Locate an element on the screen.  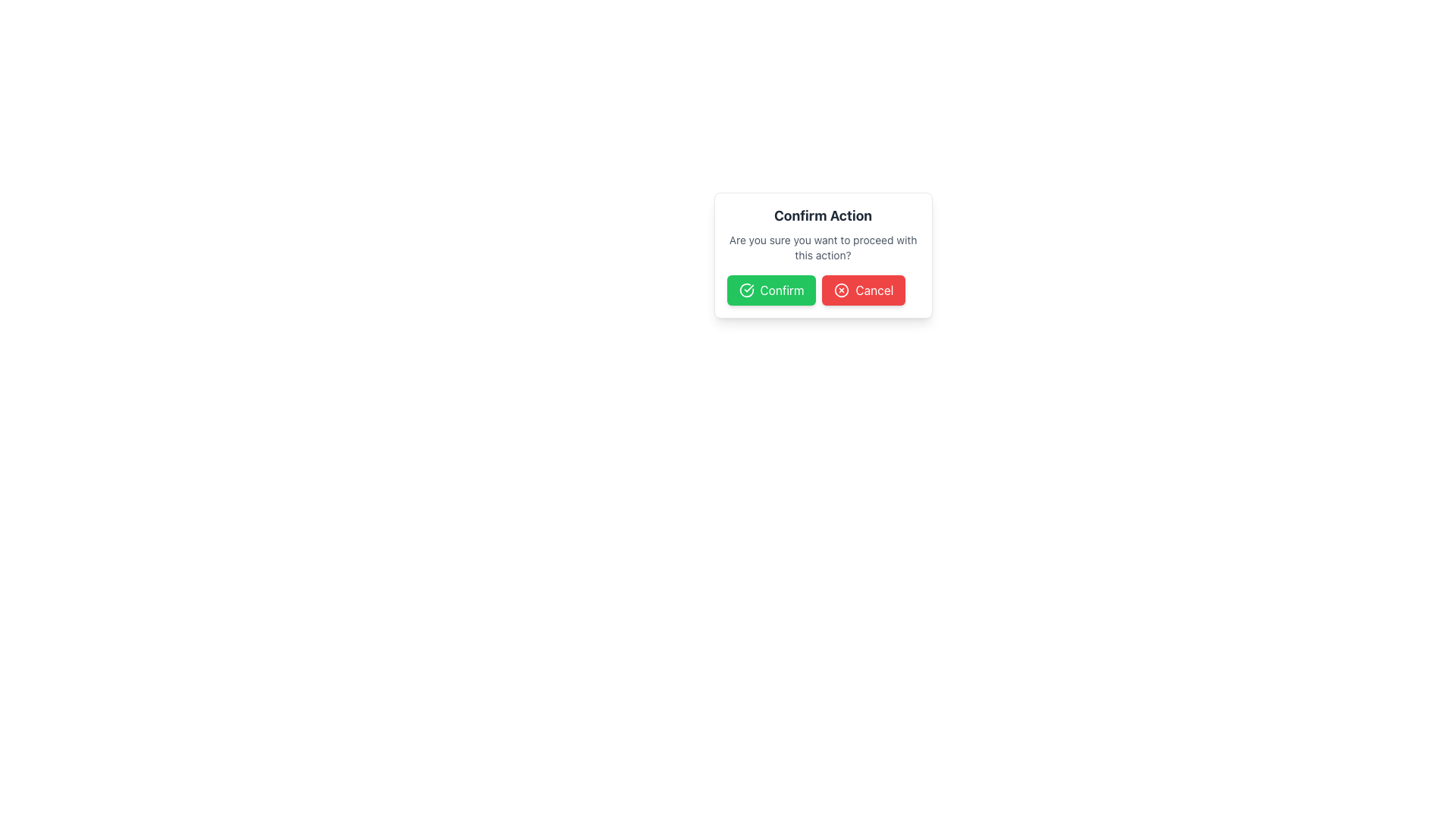
the 'Cancel' button located to the right of the 'Confirm' button in the horizontal button group at the bottom of the confirmation dialog is located at coordinates (864, 290).